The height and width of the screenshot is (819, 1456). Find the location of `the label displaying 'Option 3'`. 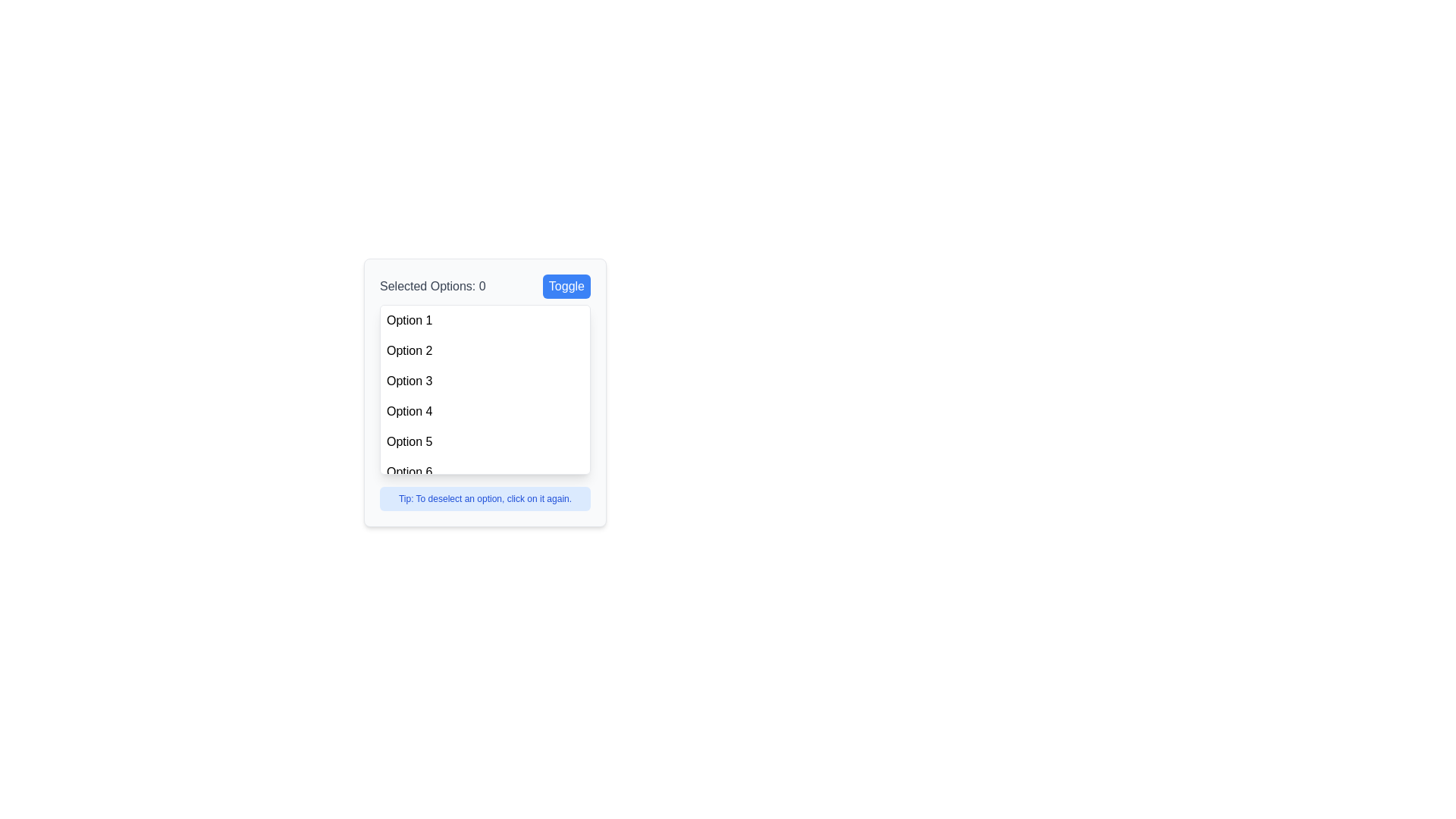

the label displaying 'Option 3' is located at coordinates (409, 380).